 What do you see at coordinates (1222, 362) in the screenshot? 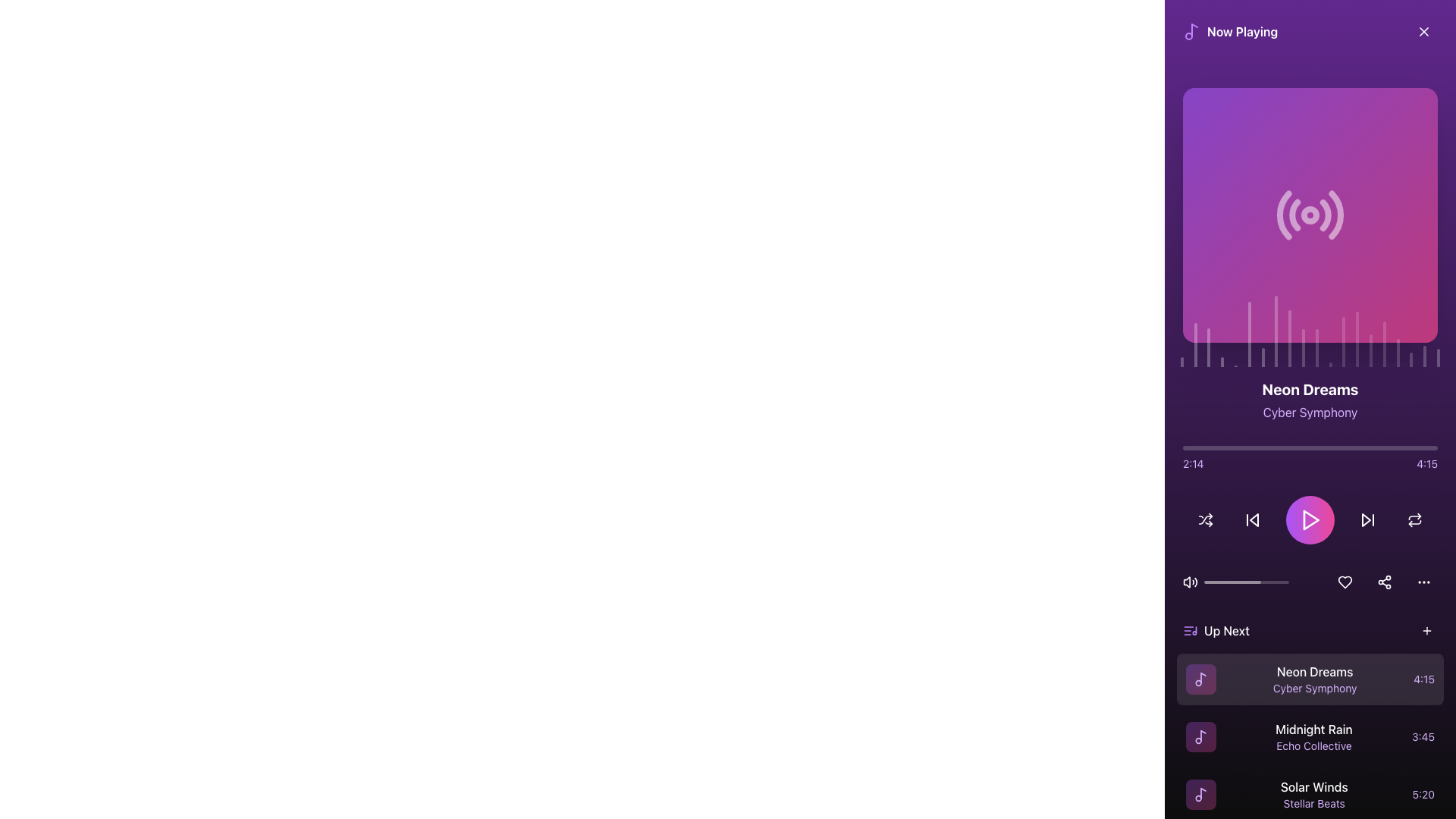
I see `the fourth vertical bar from the left in the equalizer component, which is a semi-transparent white bar with a rounded top, located beneath the album artwork` at bounding box center [1222, 362].